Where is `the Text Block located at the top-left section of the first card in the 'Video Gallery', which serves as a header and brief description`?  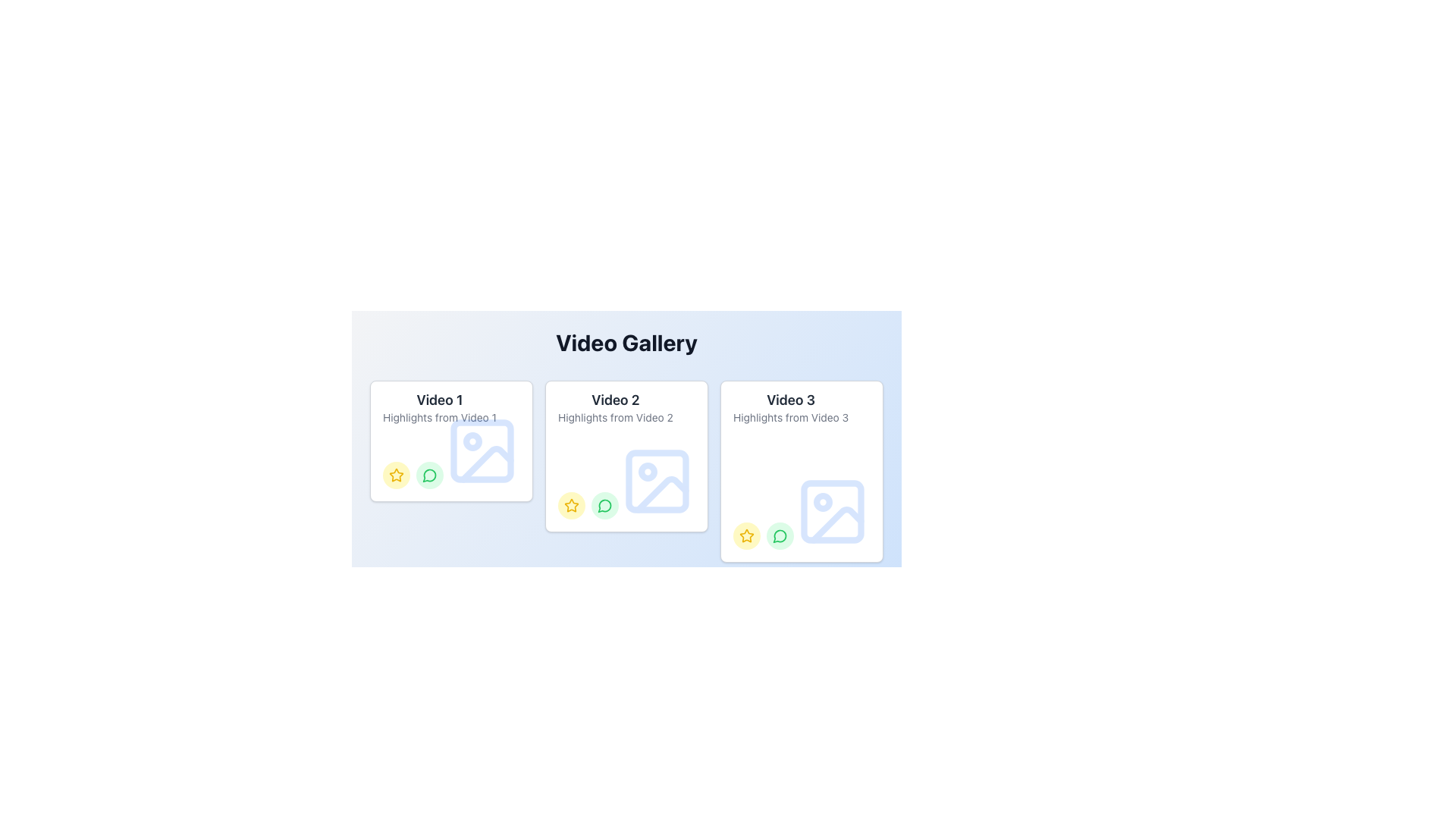 the Text Block located at the top-left section of the first card in the 'Video Gallery', which serves as a header and brief description is located at coordinates (439, 409).